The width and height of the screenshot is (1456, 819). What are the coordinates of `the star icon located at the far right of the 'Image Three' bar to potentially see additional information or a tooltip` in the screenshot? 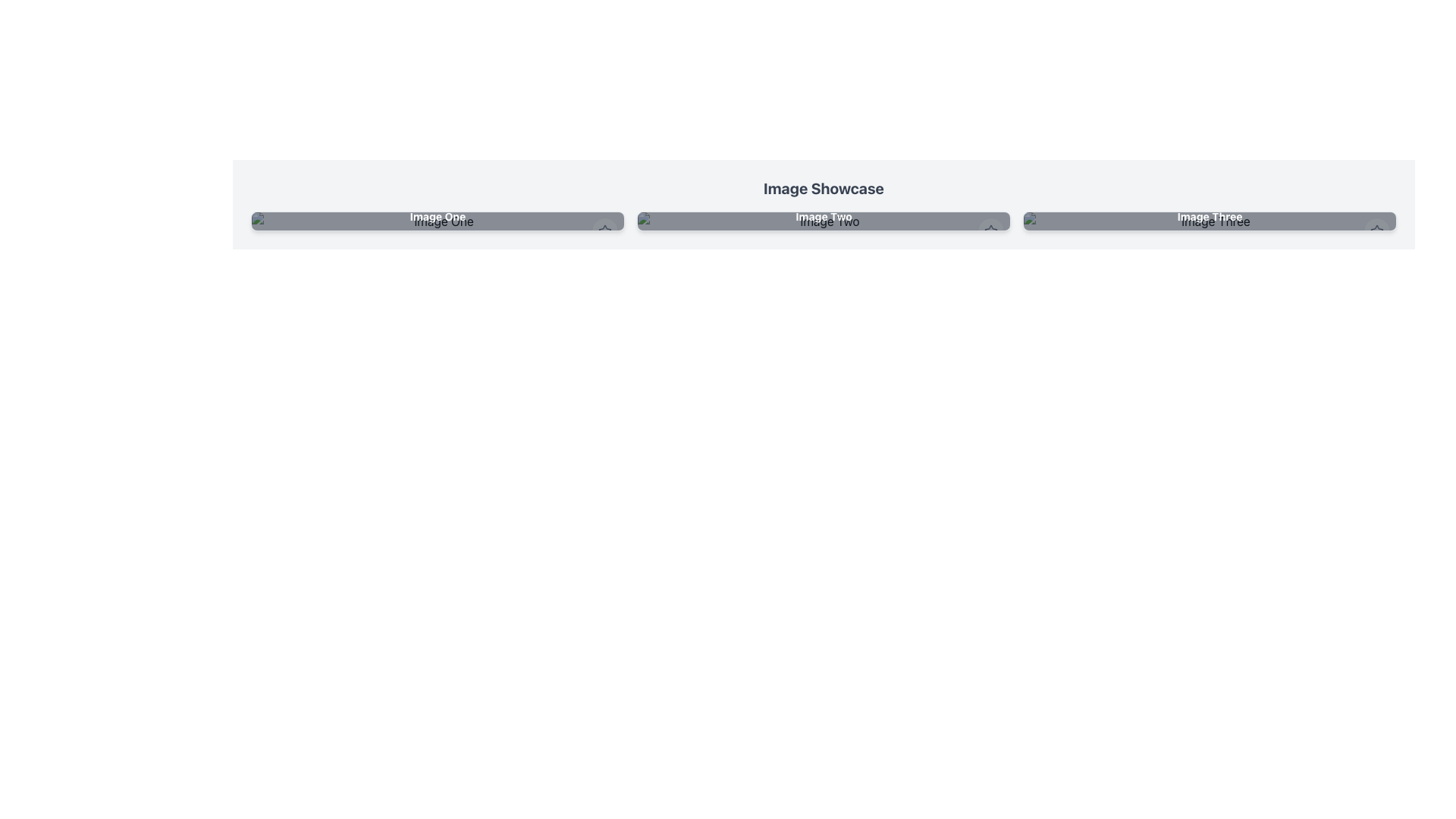 It's located at (1376, 231).